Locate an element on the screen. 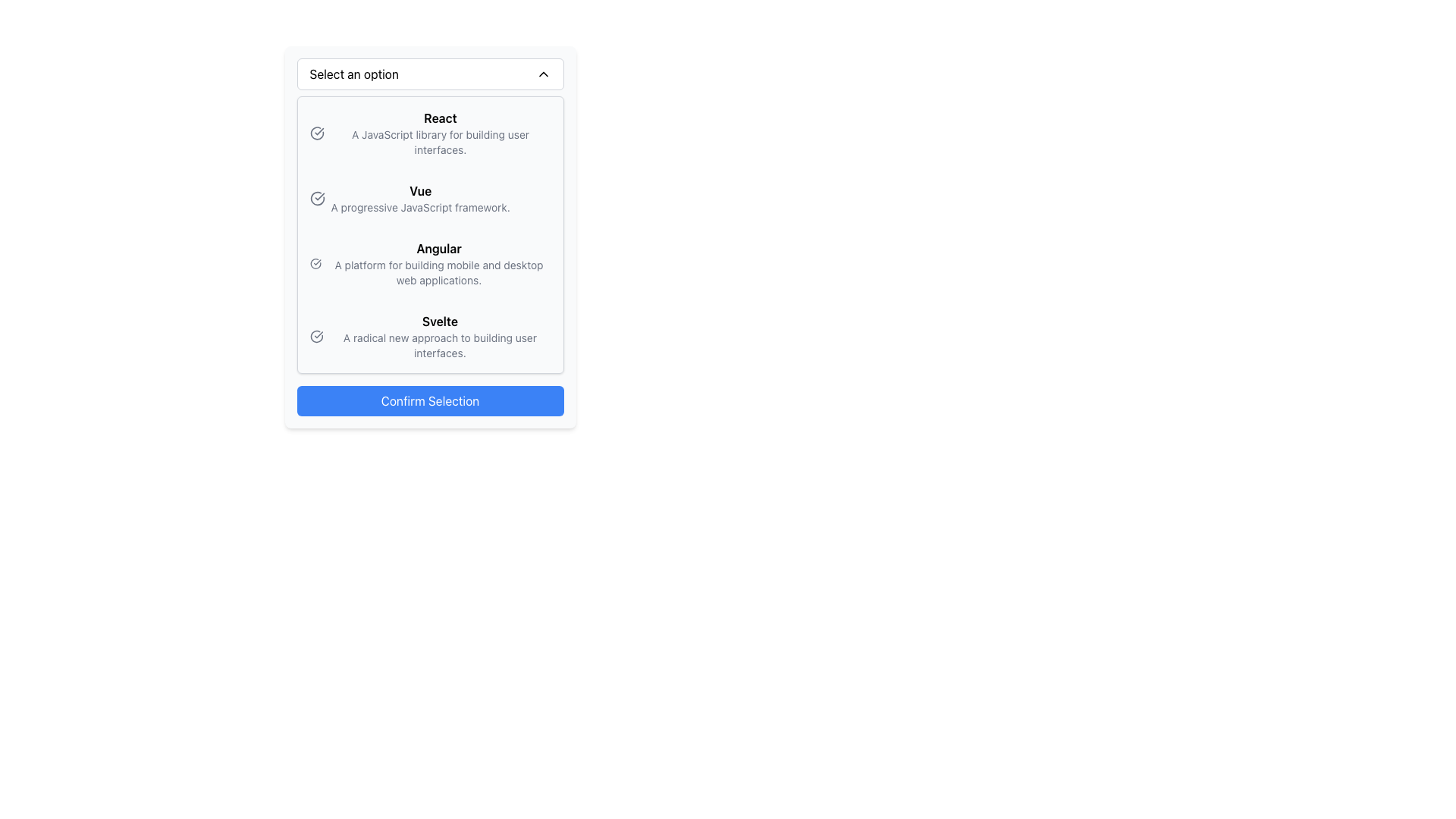 This screenshot has height=819, width=1456. the selectable list item that displays the 'Svelte' framework description, which is the fourth item in the vertical list is located at coordinates (429, 335).